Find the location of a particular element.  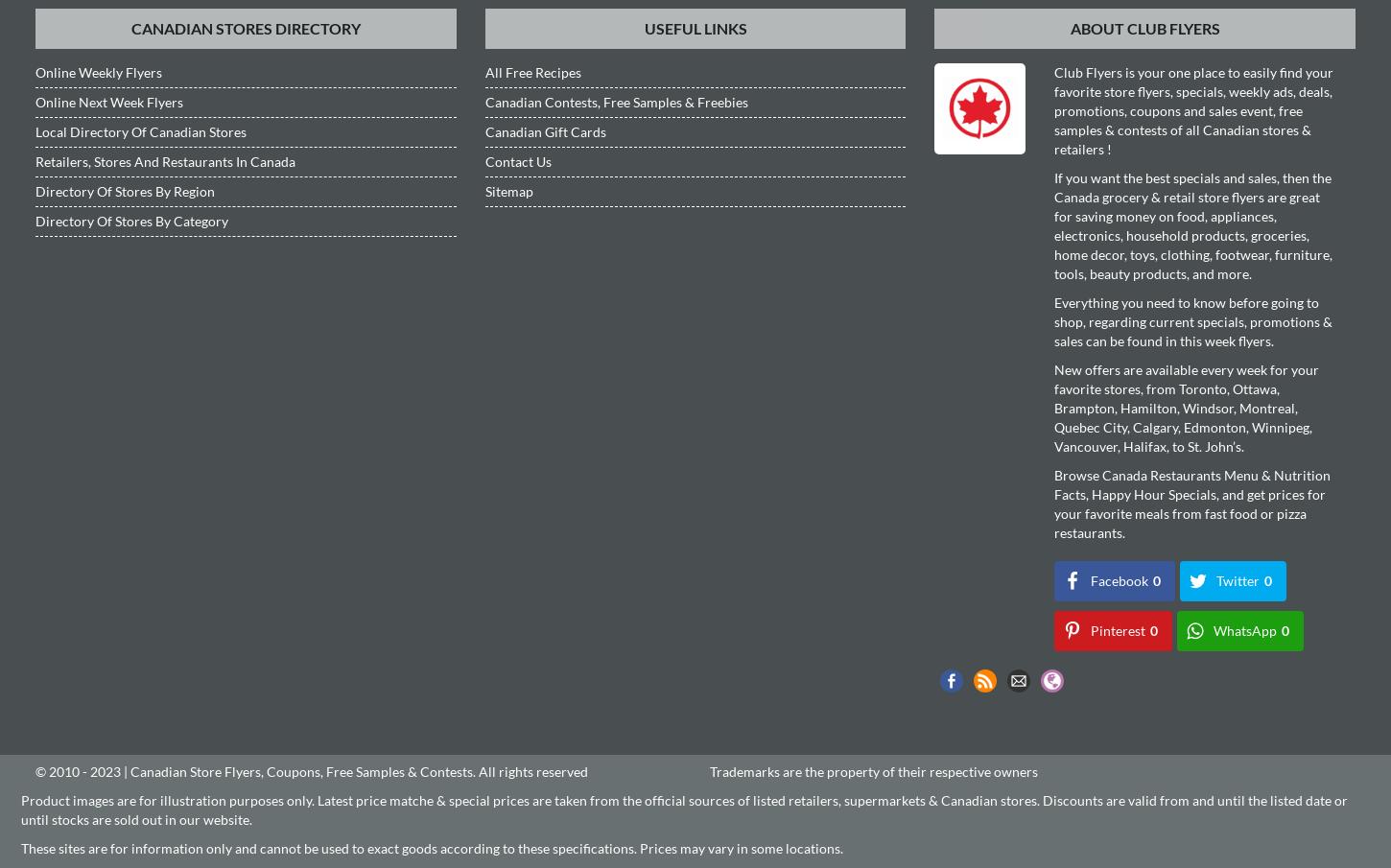

'Useful Links' is located at coordinates (643, 27).